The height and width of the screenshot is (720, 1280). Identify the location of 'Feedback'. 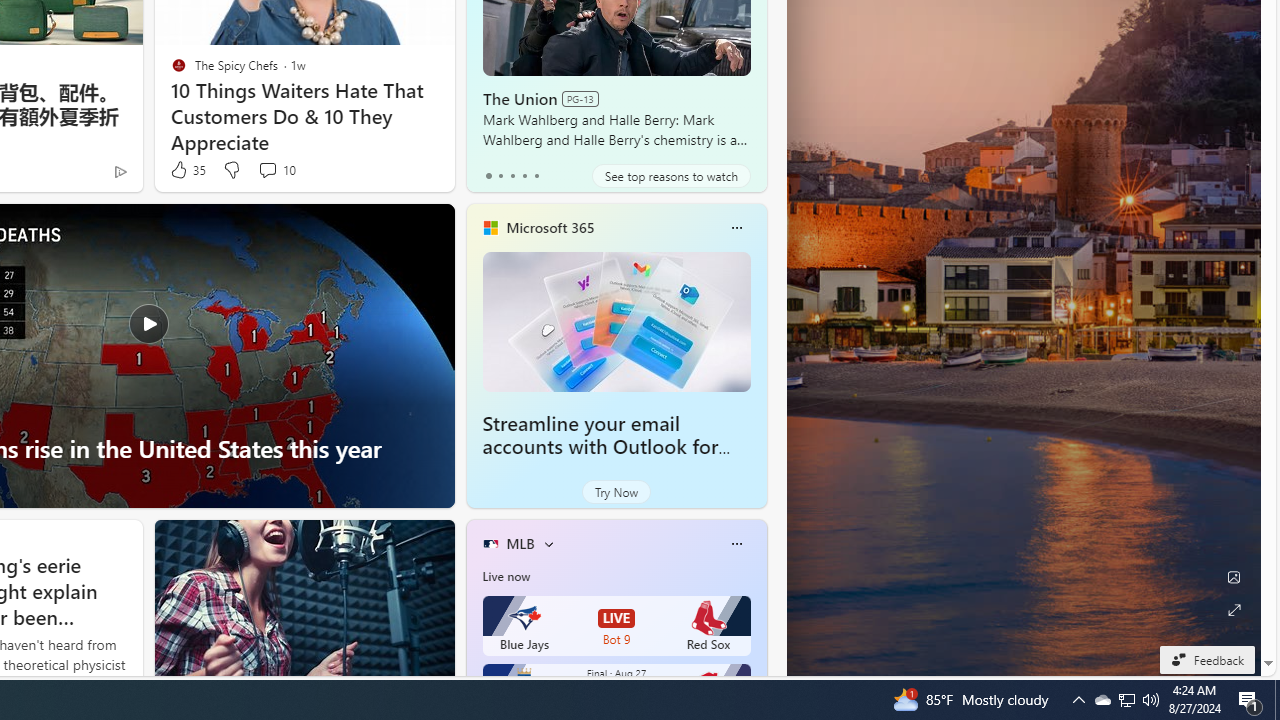
(1205, 659).